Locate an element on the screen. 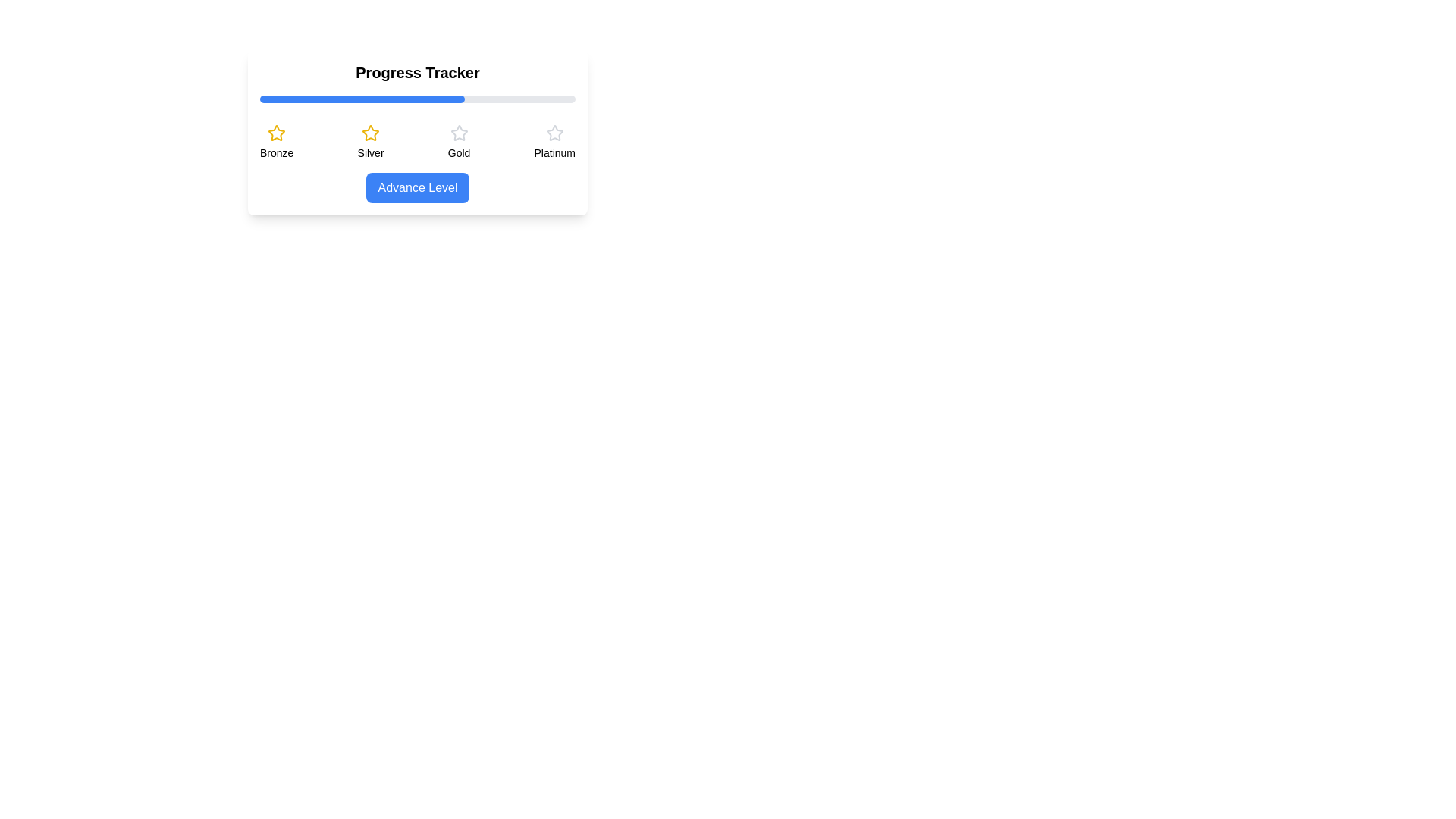 Image resolution: width=1456 pixels, height=819 pixels. the 'Silver' level icon in the progress tracking interface, which is the second icon in a row, located between the 'Bronze' and 'Gold' icons is located at coordinates (371, 133).